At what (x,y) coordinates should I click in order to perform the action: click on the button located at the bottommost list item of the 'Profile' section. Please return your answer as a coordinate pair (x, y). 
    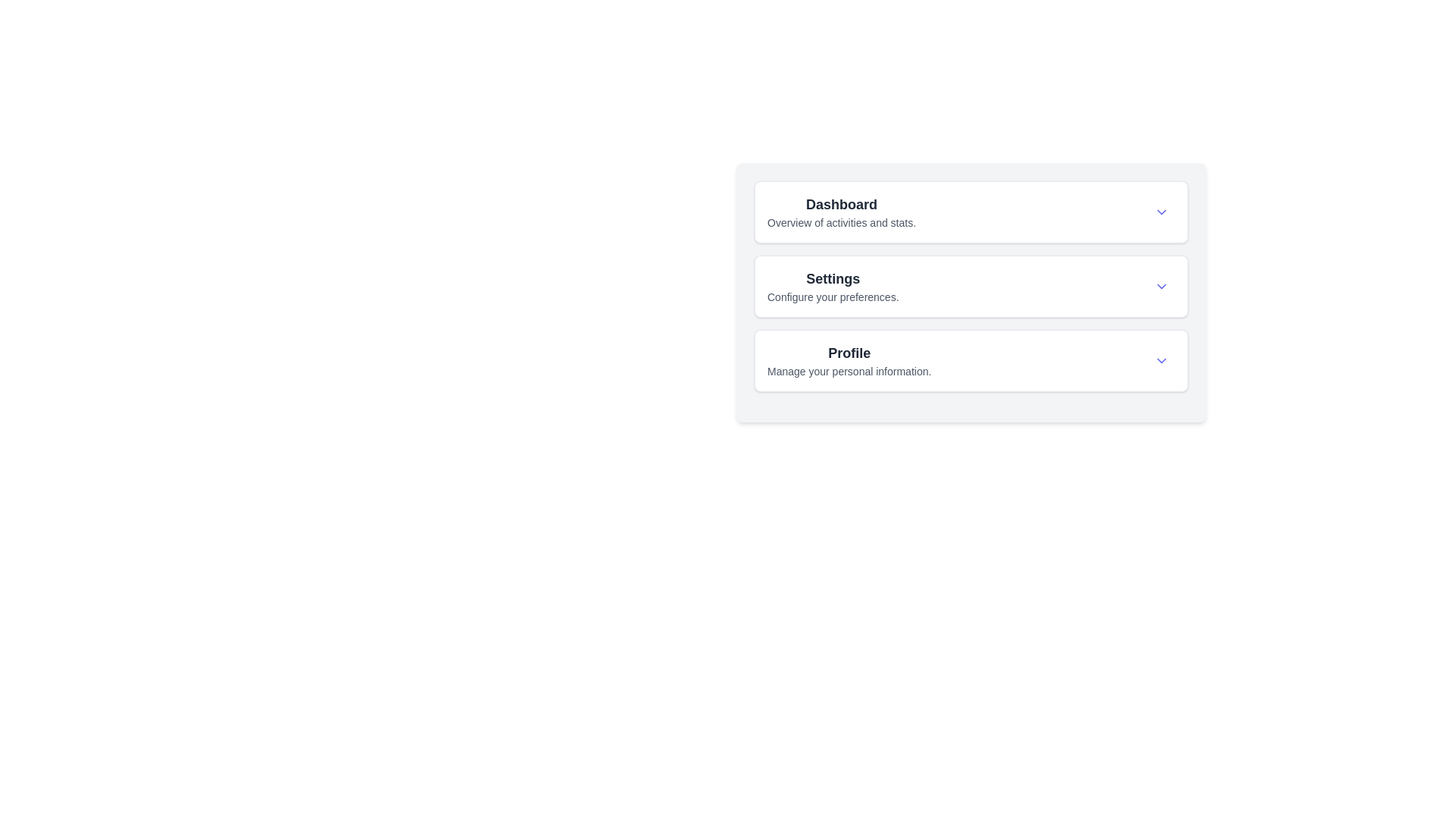
    Looking at the image, I should click on (1160, 360).